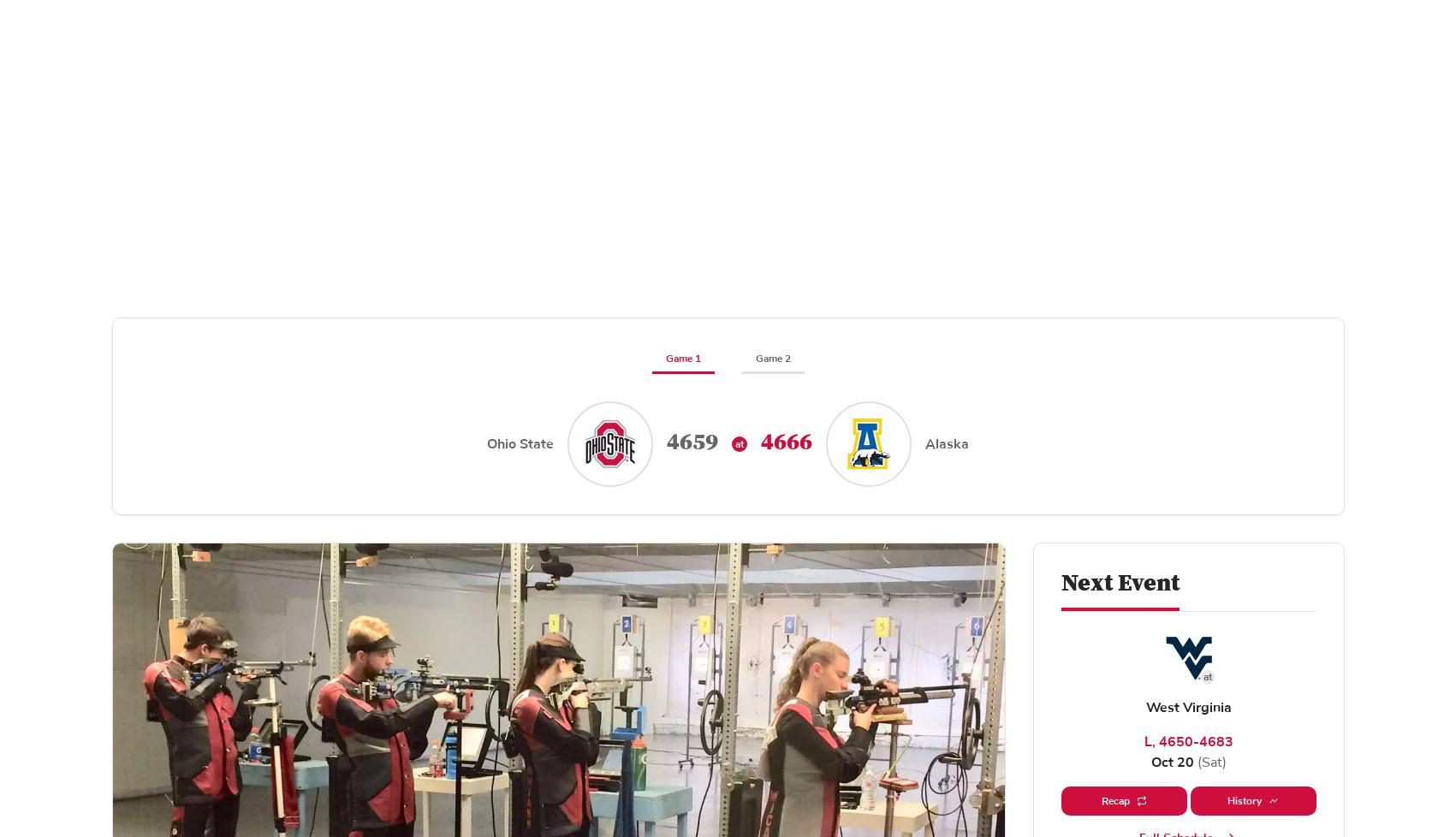 The width and height of the screenshot is (1456, 837). Describe the element at coordinates (494, 608) in the screenshot. I see `'Sunday, October 08'` at that location.